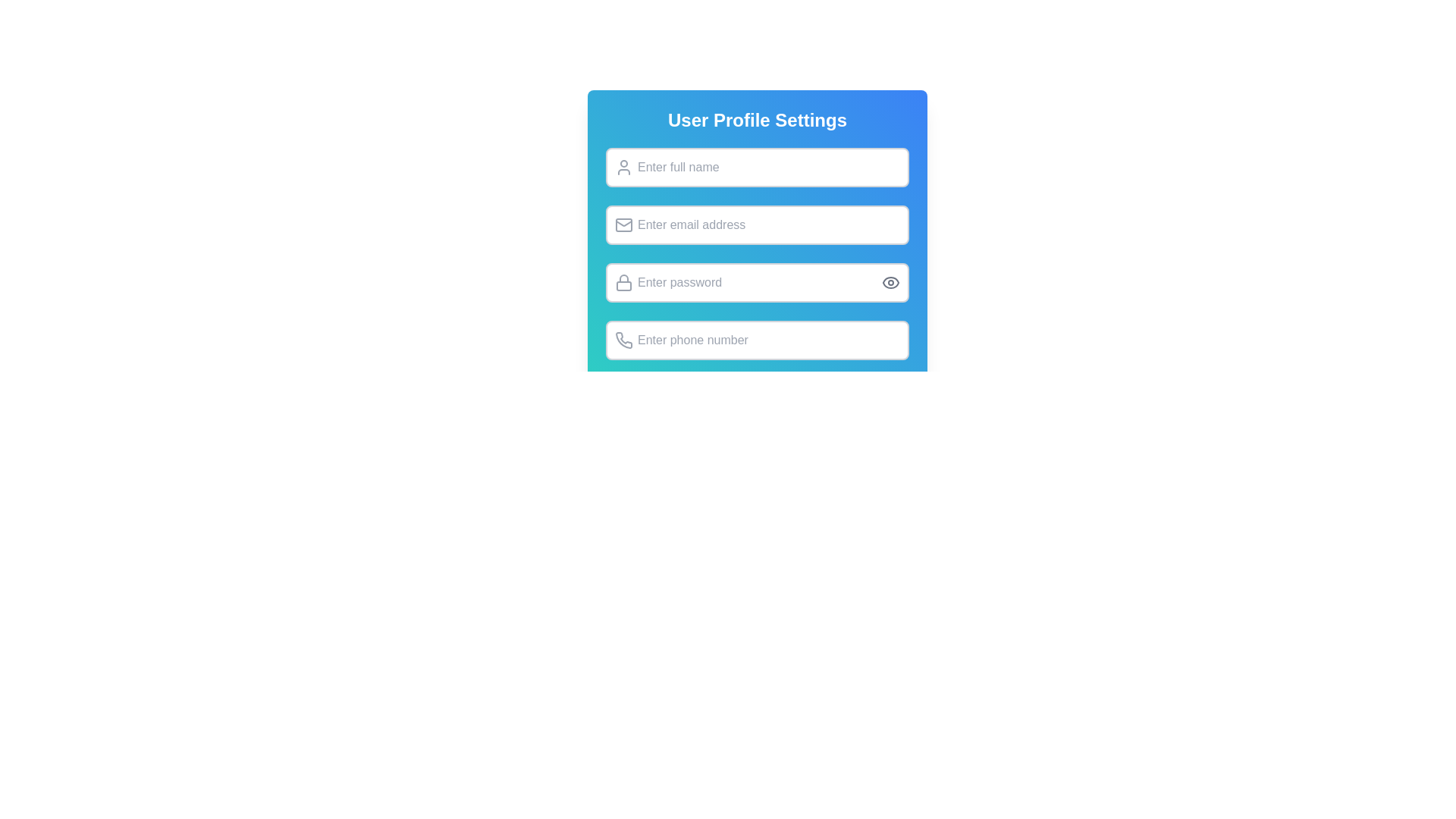 This screenshot has height=819, width=1456. Describe the element at coordinates (623, 283) in the screenshot. I see `the password protection indicator icon located on the left side of the password input field, which visually indicates that the field is password-protected` at that location.